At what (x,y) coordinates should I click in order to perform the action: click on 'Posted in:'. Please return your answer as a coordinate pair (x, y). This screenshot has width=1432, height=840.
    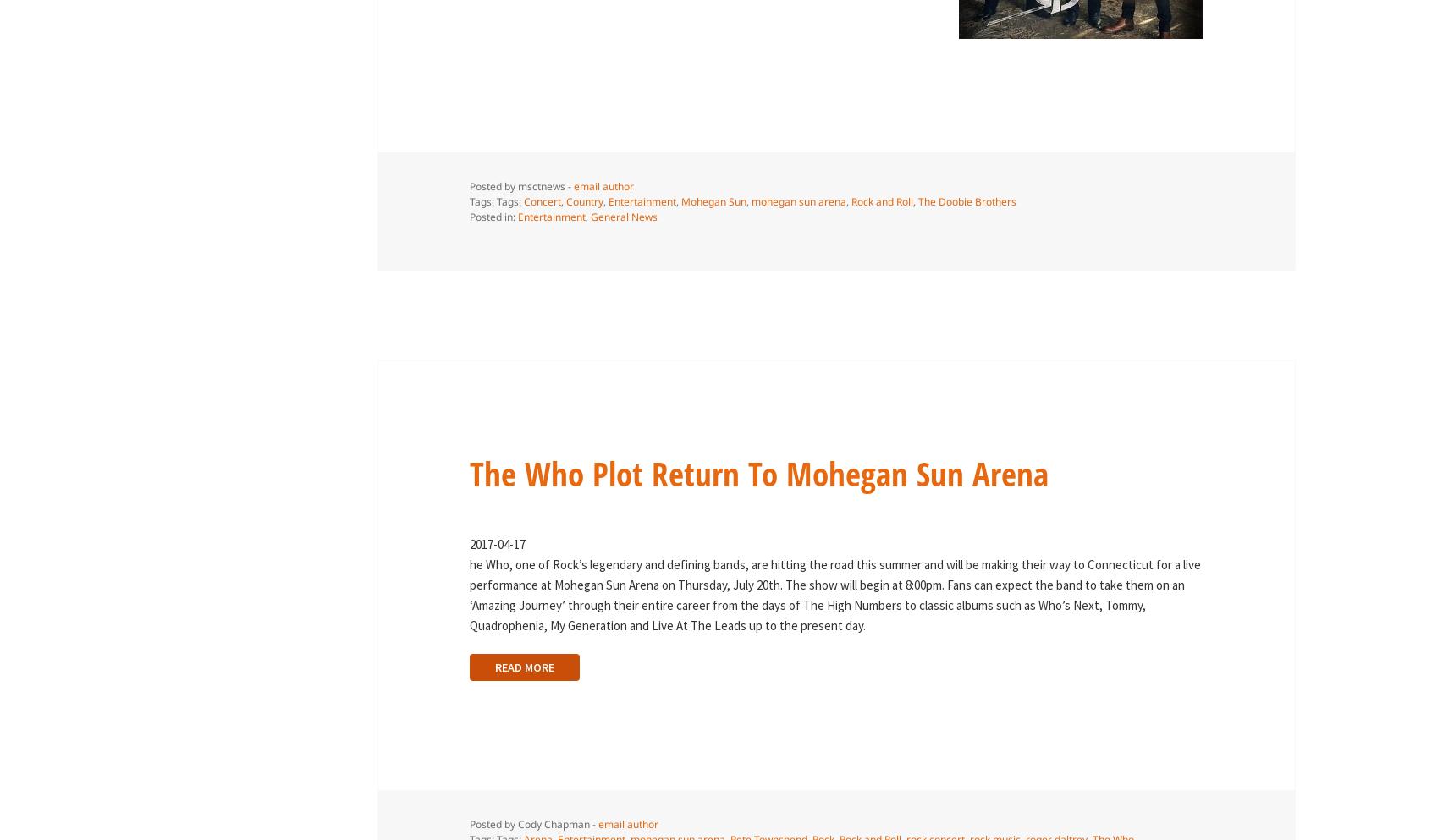
    Looking at the image, I should click on (468, 216).